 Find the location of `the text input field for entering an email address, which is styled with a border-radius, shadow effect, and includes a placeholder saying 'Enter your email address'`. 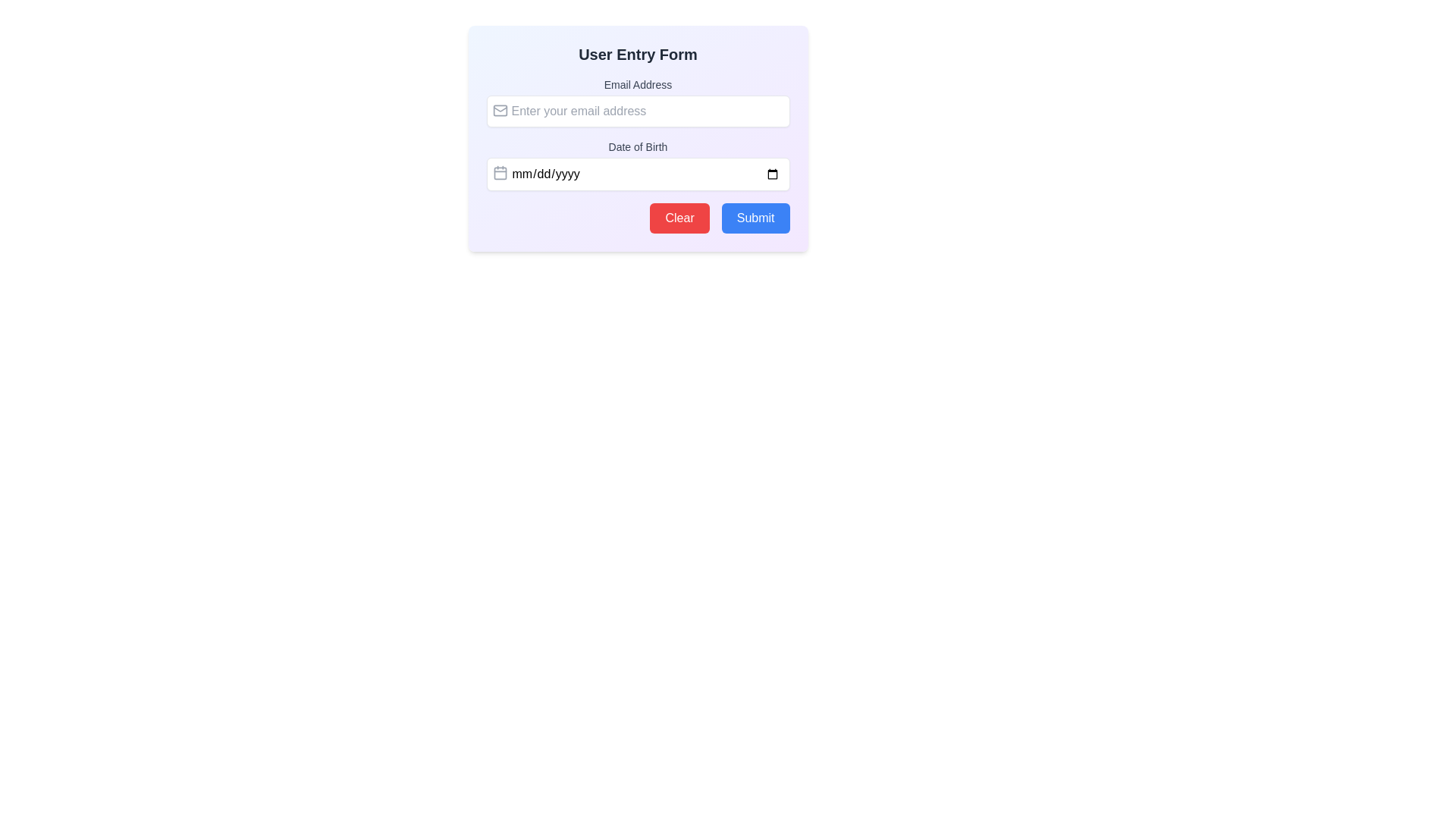

the text input field for entering an email address, which is styled with a border-radius, shadow effect, and includes a placeholder saying 'Enter your email address' is located at coordinates (638, 110).